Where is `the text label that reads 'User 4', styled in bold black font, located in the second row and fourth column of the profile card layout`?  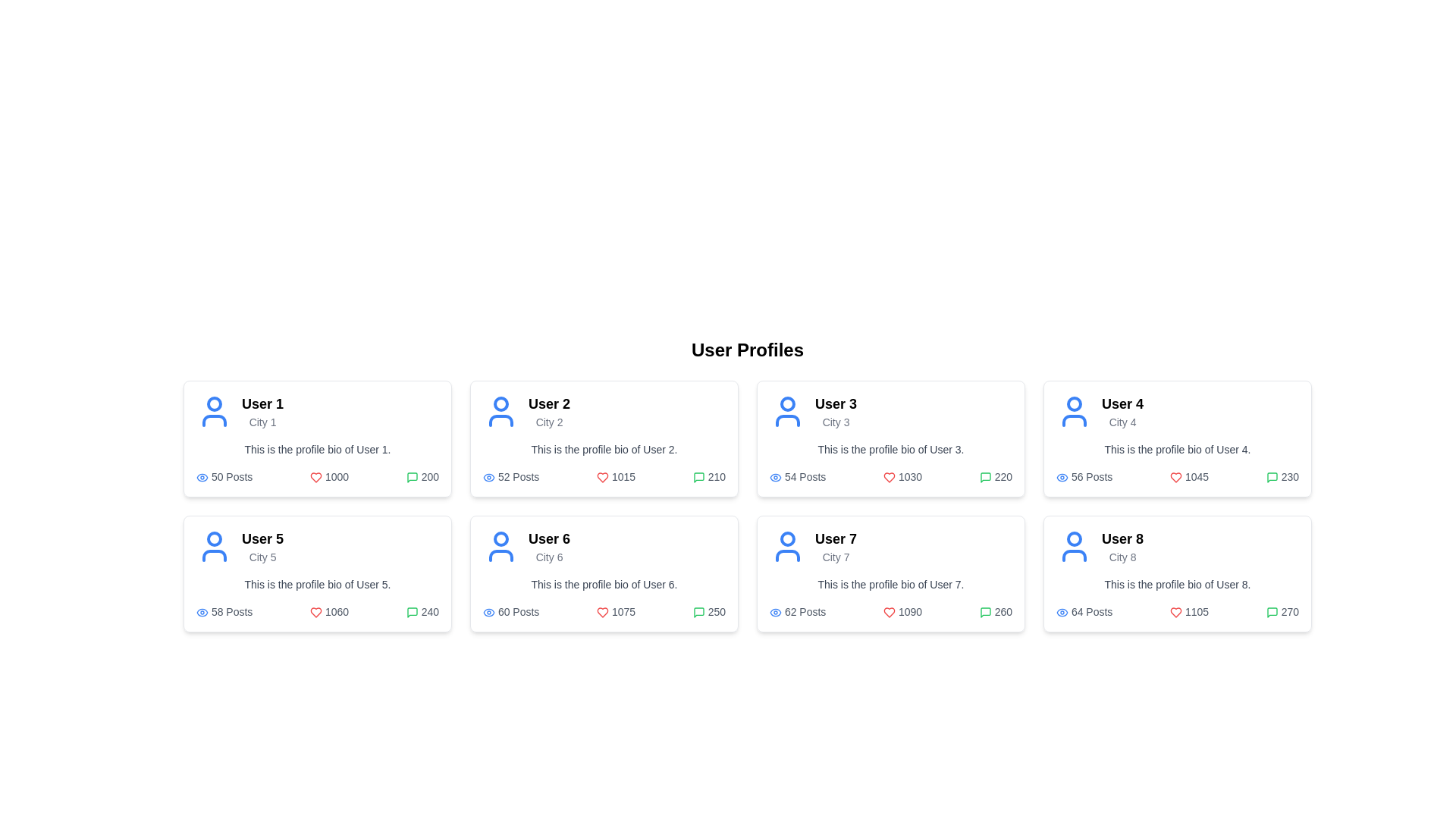
the text label that reads 'User 4', styled in bold black font, located in the second row and fourth column of the profile card layout is located at coordinates (1122, 403).